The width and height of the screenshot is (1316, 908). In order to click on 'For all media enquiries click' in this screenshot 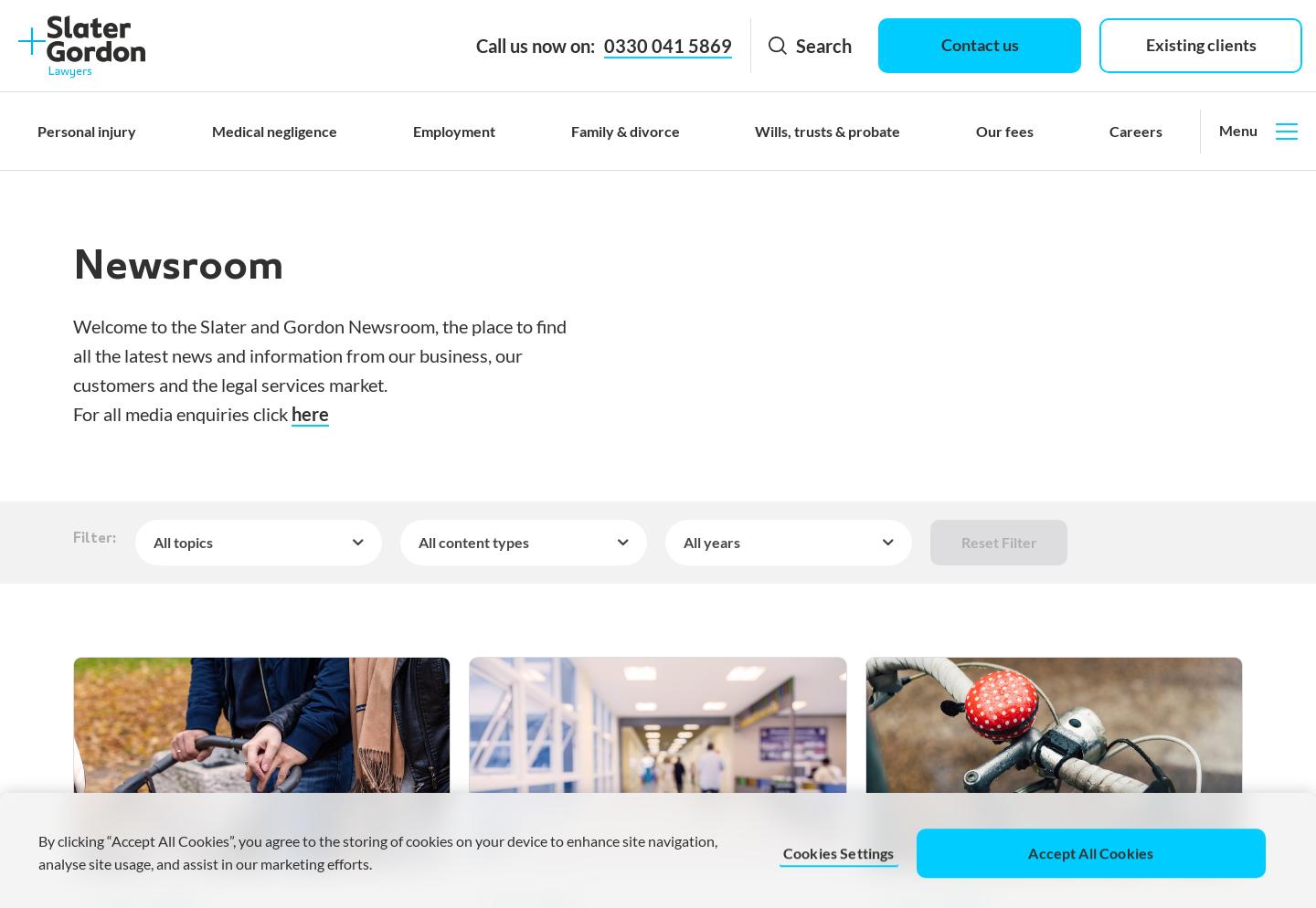, I will do `click(182, 413)`.